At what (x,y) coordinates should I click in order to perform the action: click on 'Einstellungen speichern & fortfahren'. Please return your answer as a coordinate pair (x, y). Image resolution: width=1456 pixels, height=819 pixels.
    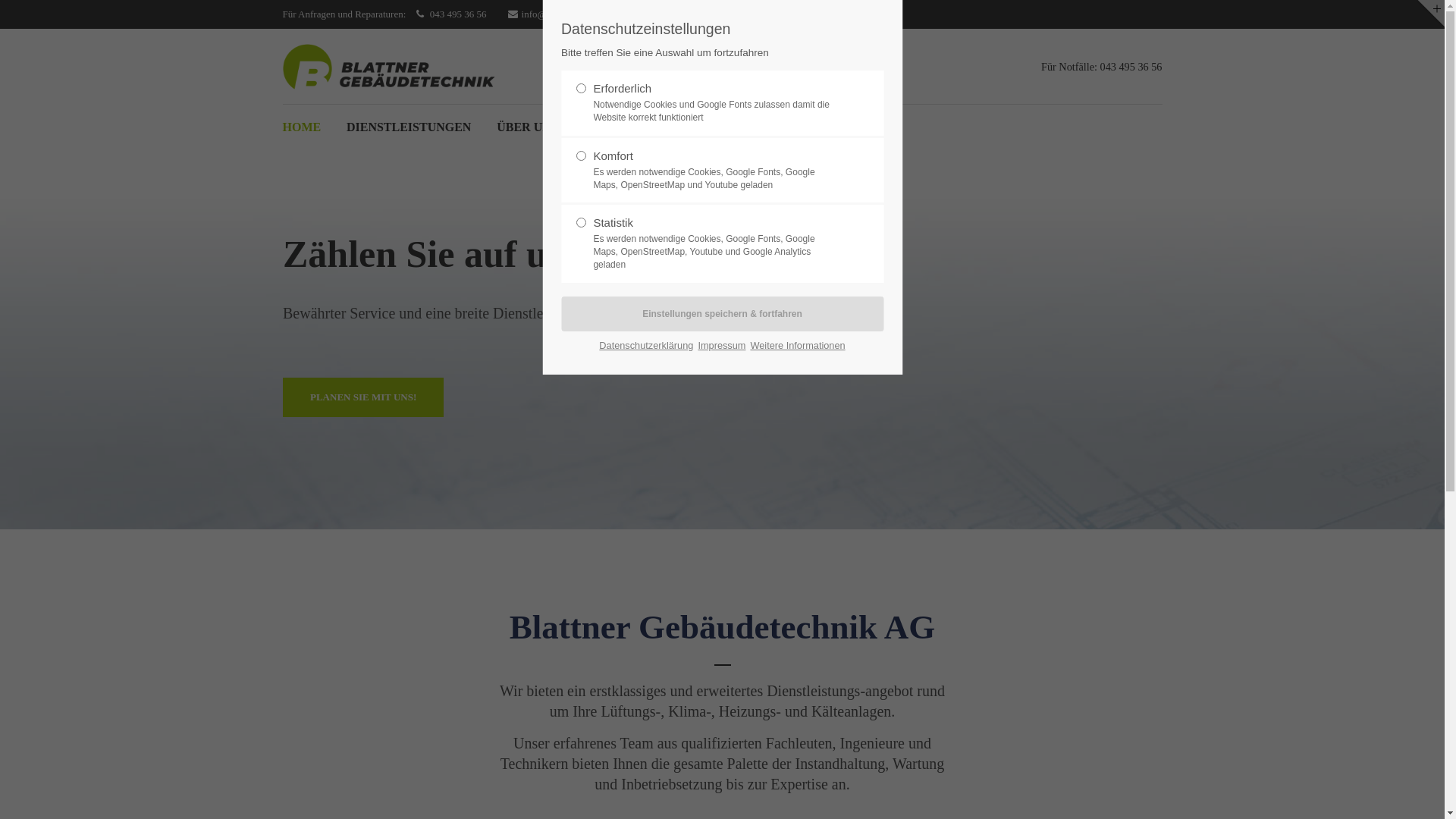
    Looking at the image, I should click on (721, 312).